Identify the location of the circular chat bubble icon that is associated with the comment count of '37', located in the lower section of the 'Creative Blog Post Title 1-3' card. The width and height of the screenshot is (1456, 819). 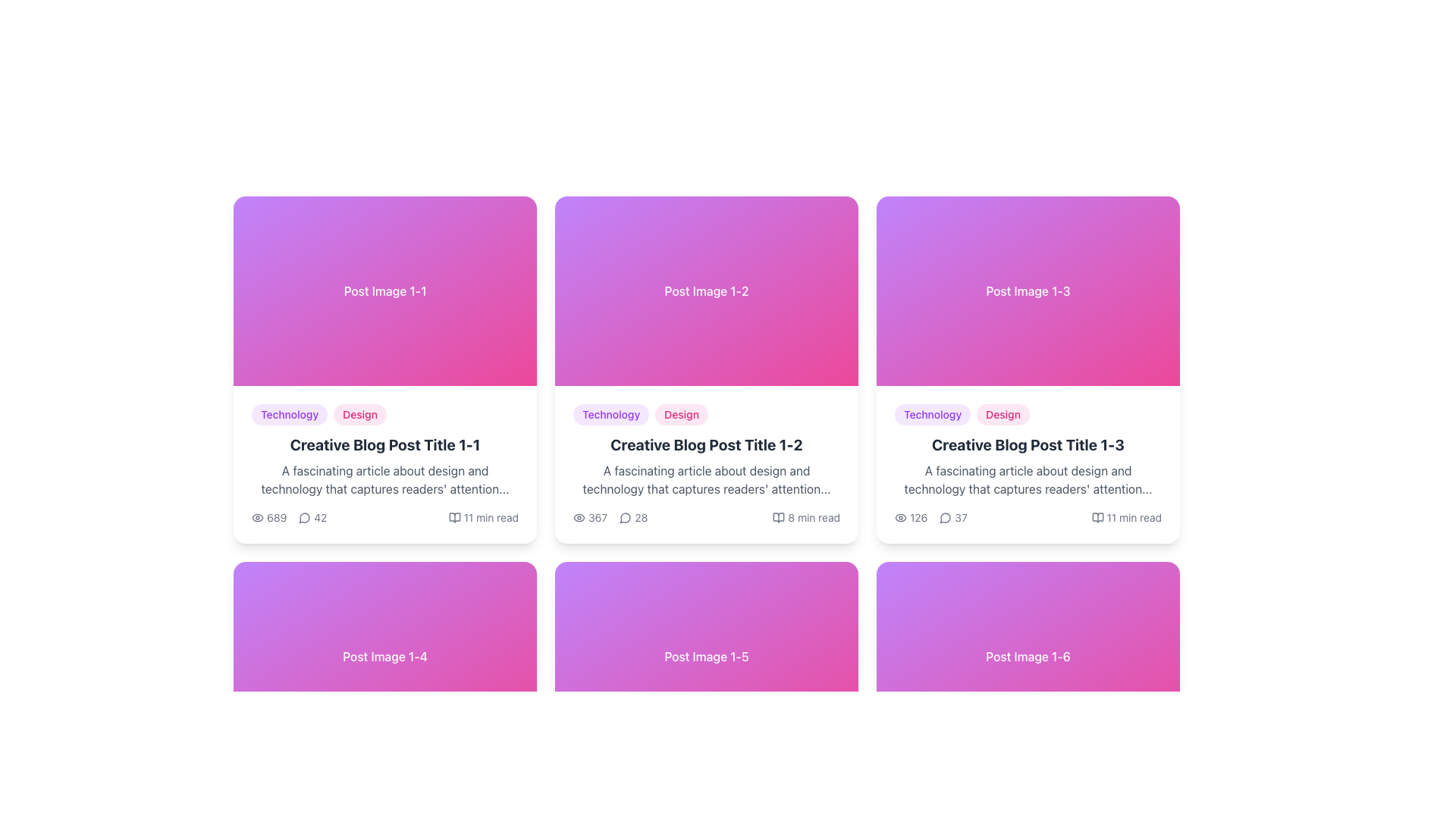
(945, 516).